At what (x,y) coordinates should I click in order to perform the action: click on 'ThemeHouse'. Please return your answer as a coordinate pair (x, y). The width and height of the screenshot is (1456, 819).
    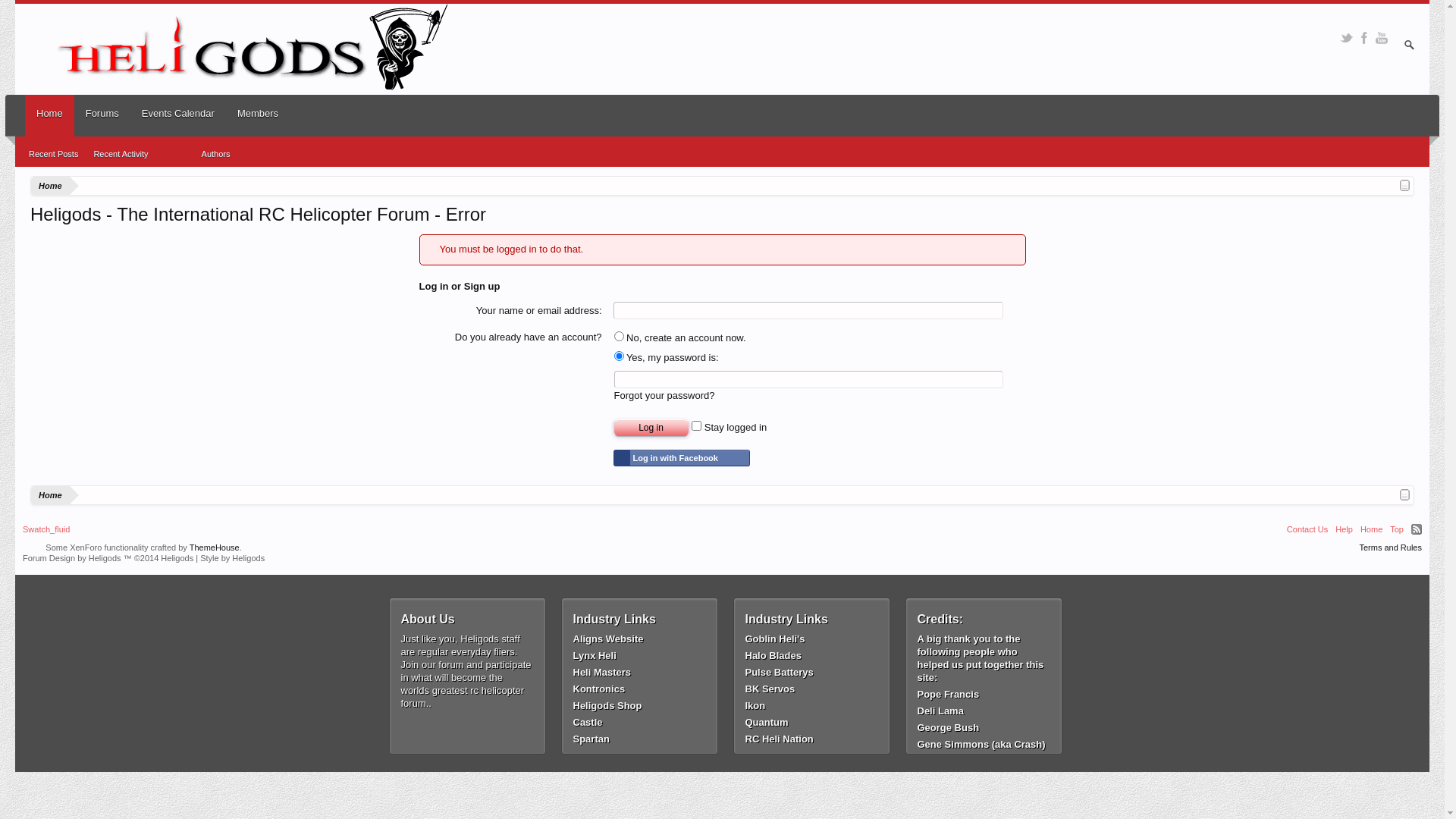
    Looking at the image, I should click on (214, 547).